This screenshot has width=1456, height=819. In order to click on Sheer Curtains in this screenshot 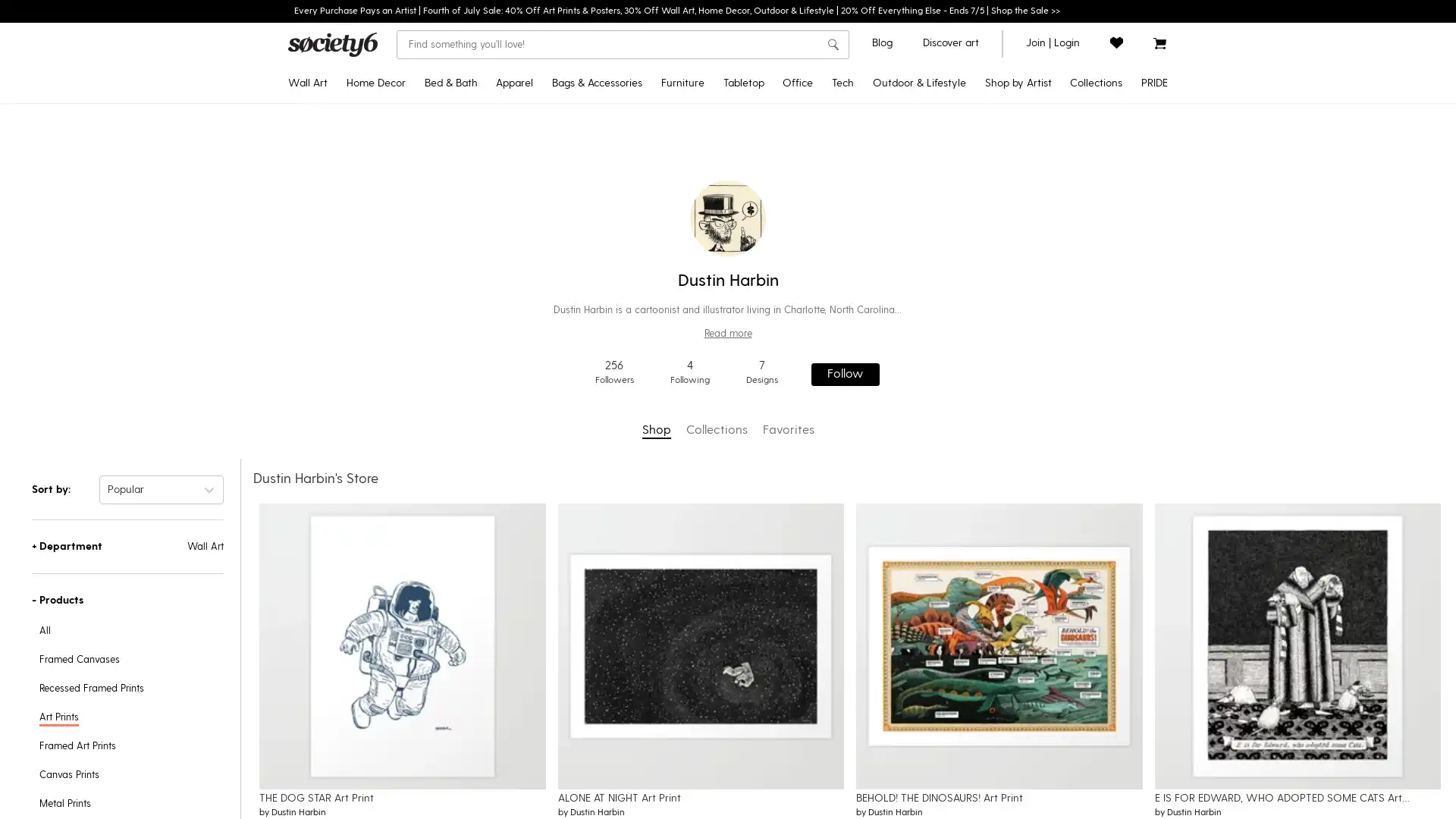, I will do `click(404, 268)`.